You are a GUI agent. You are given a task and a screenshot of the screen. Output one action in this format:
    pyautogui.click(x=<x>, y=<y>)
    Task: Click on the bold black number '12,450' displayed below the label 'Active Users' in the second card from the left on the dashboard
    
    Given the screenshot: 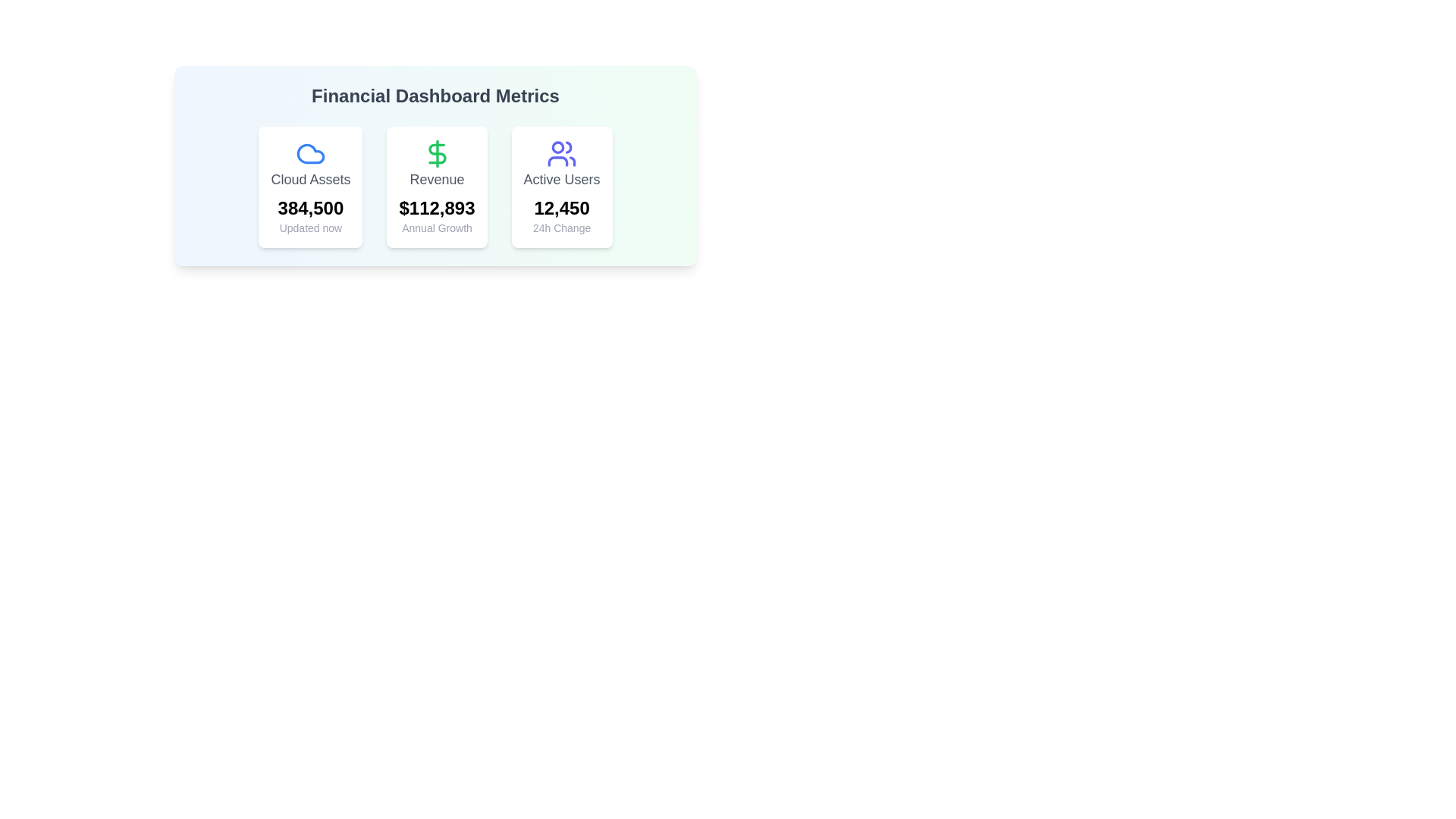 What is the action you would take?
    pyautogui.click(x=561, y=208)
    